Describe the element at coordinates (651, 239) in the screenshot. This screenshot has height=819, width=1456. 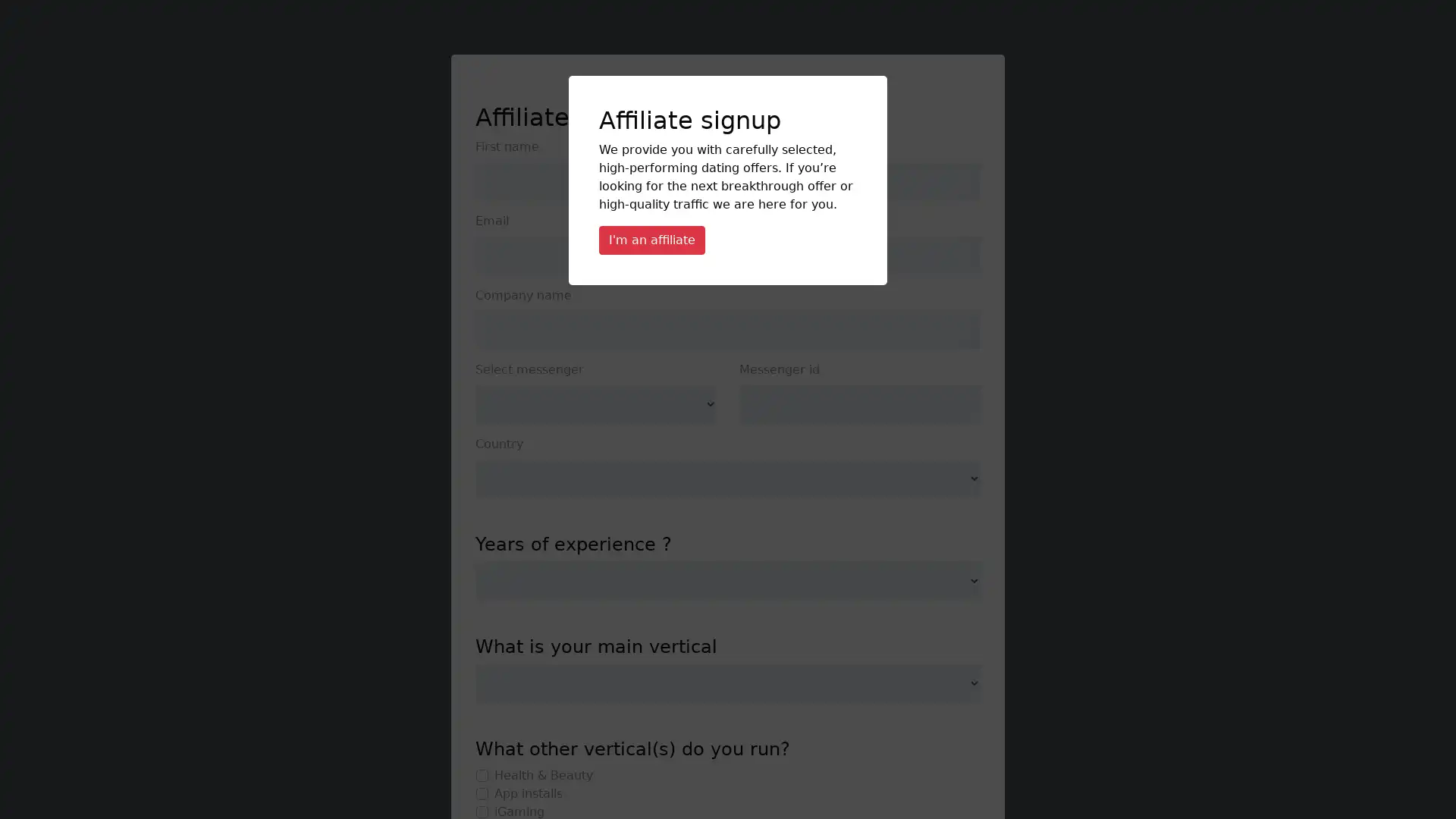
I see `I'm an affiliate` at that location.